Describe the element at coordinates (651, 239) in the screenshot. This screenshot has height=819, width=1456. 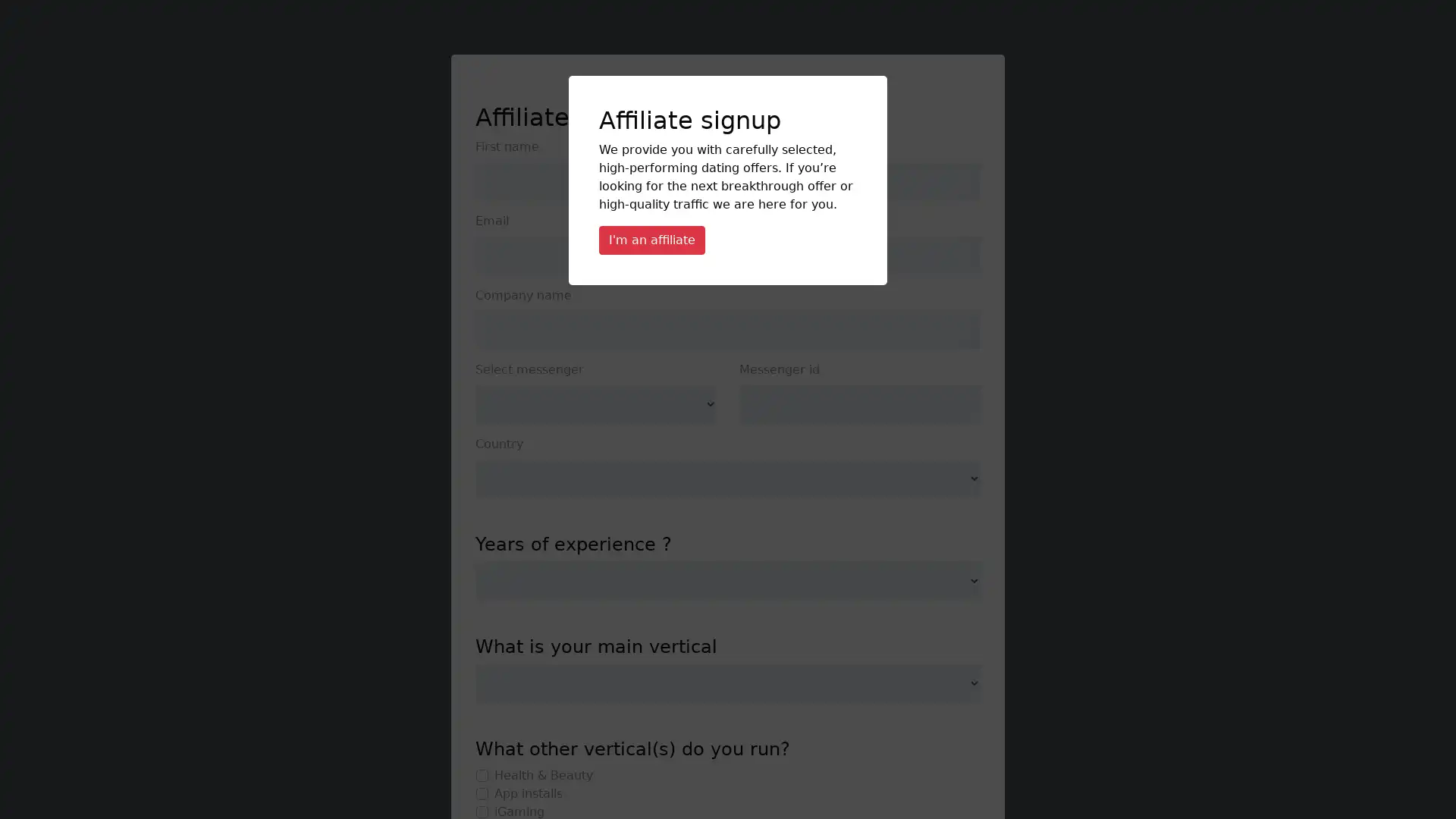
I see `I'm an affiliate` at that location.